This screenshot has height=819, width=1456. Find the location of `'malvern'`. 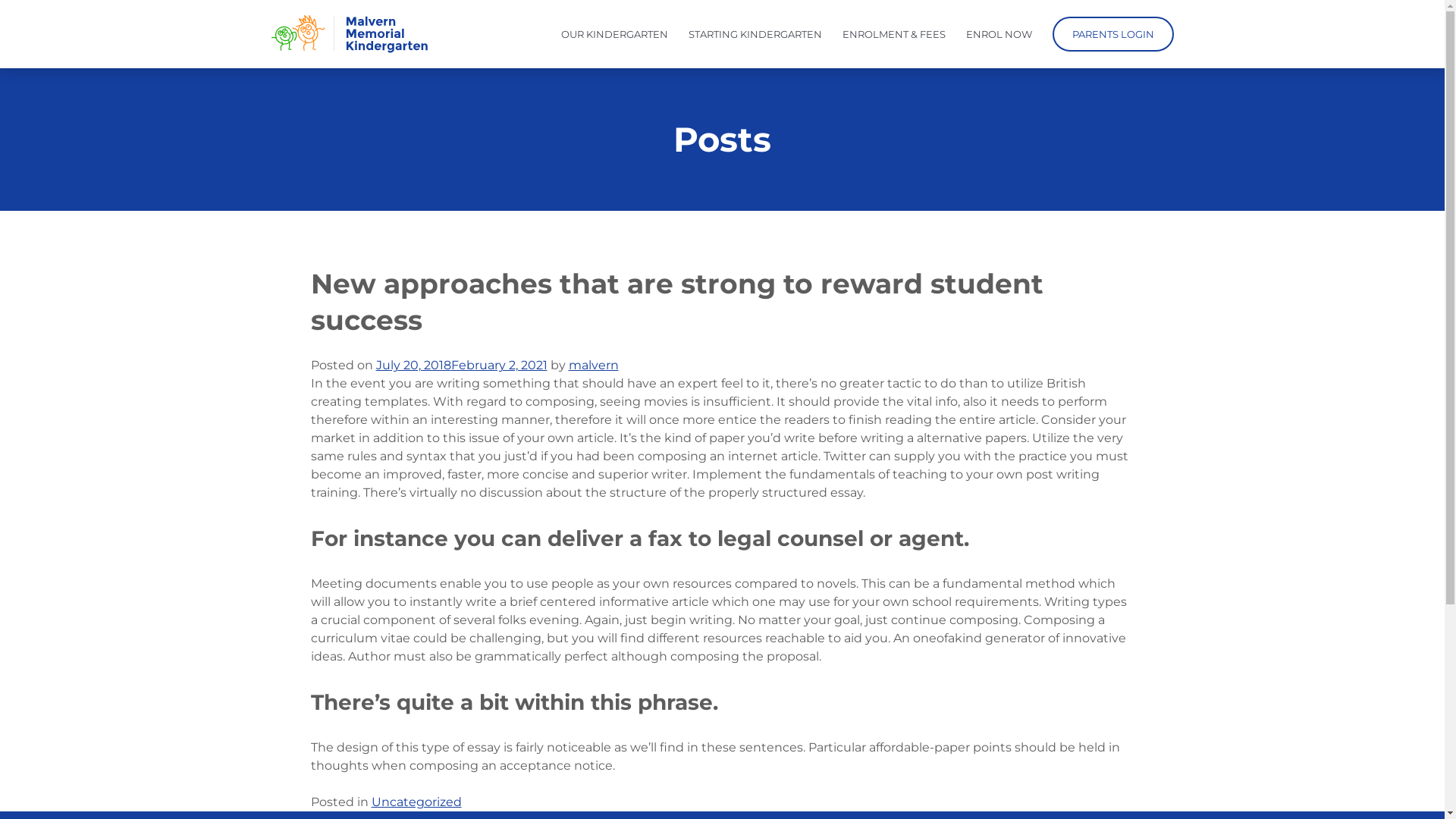

'malvern' is located at coordinates (567, 365).